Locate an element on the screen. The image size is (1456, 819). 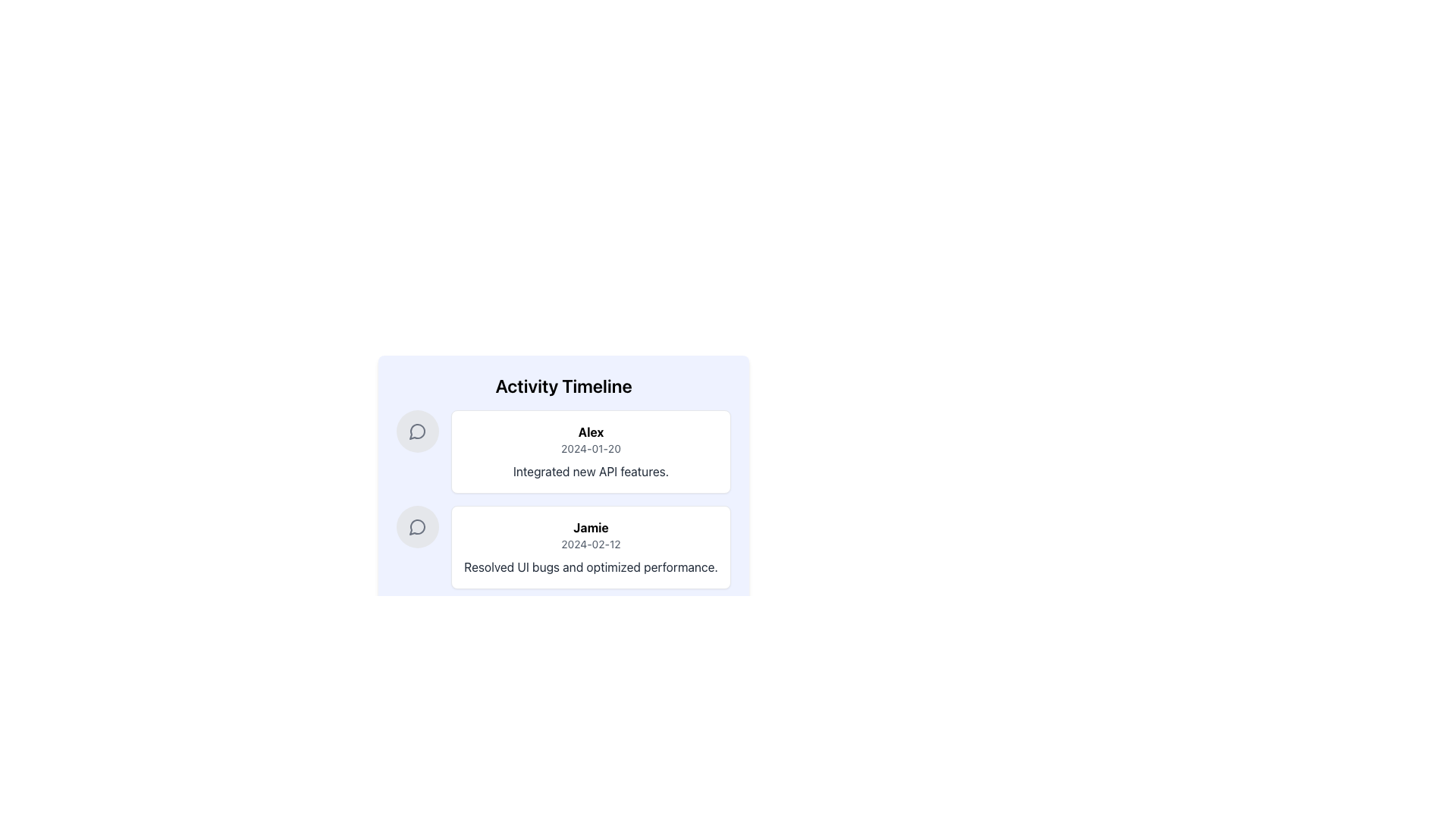
the static text element displaying 'Integrated new API features.' which is located under the entry labeled 'Alex' in the Activity Timeline section is located at coordinates (590, 470).